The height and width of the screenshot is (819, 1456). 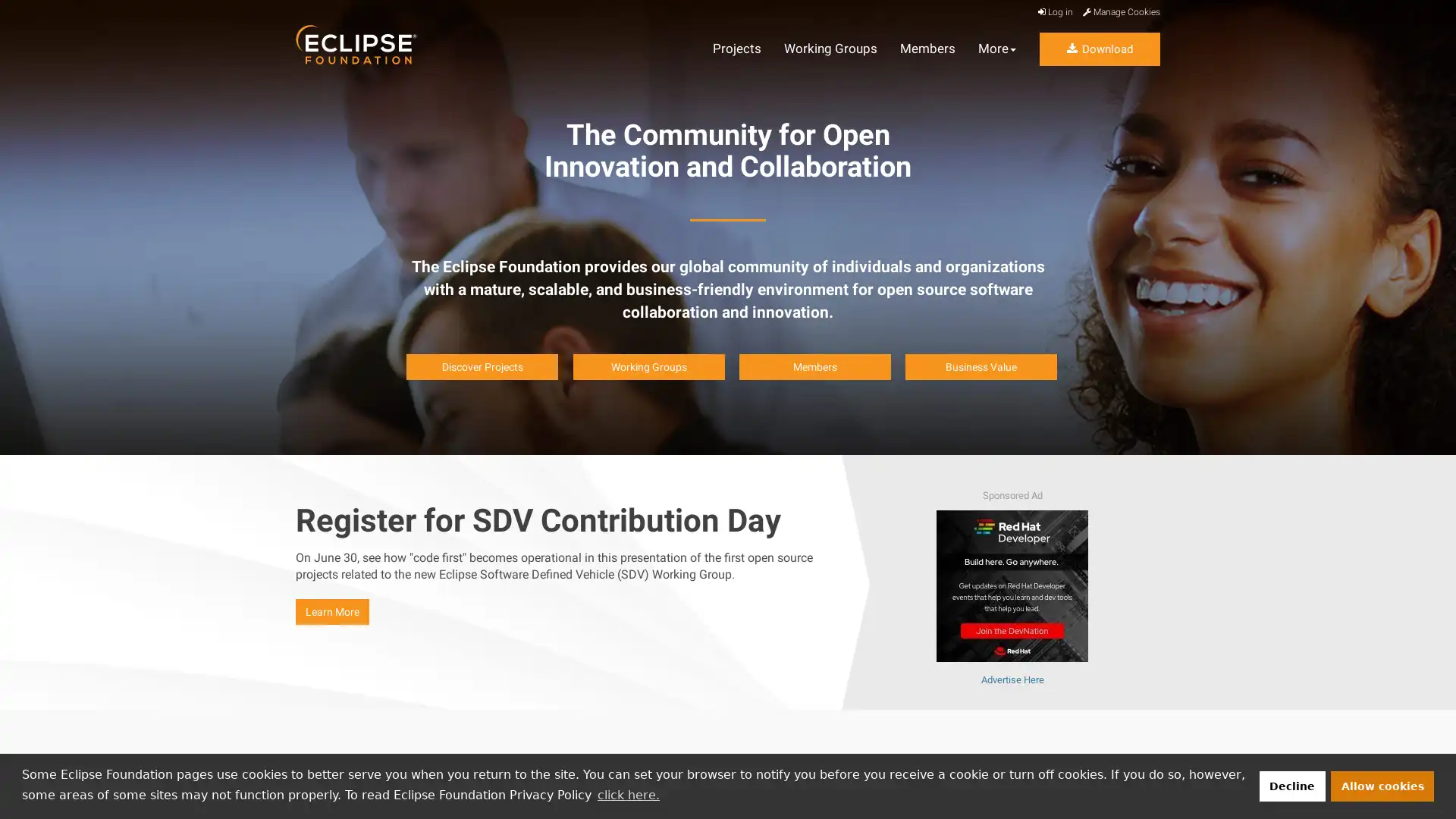 I want to click on learn more about cookies, so click(x=628, y=794).